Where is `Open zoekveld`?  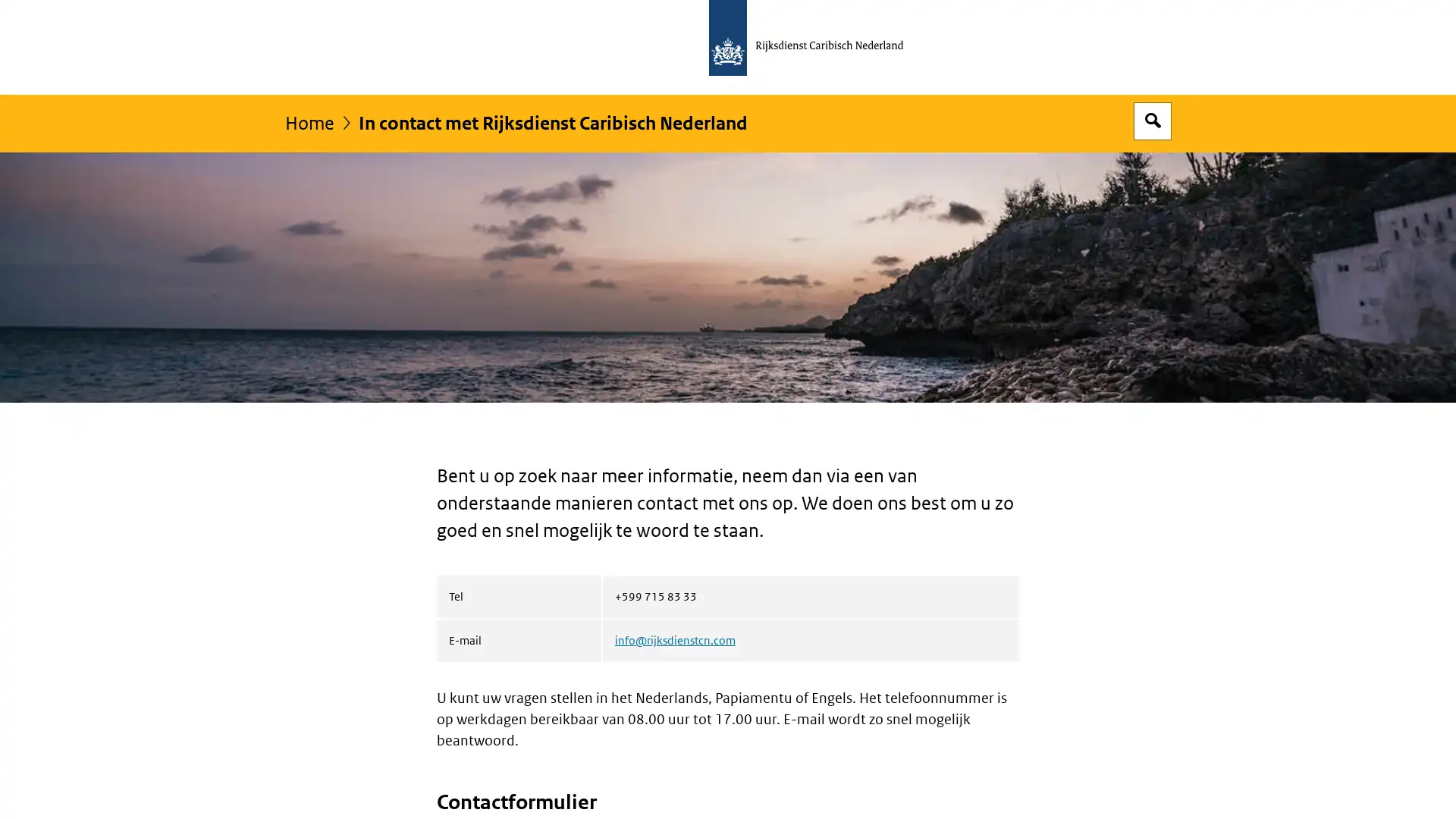
Open zoekveld is located at coordinates (1153, 120).